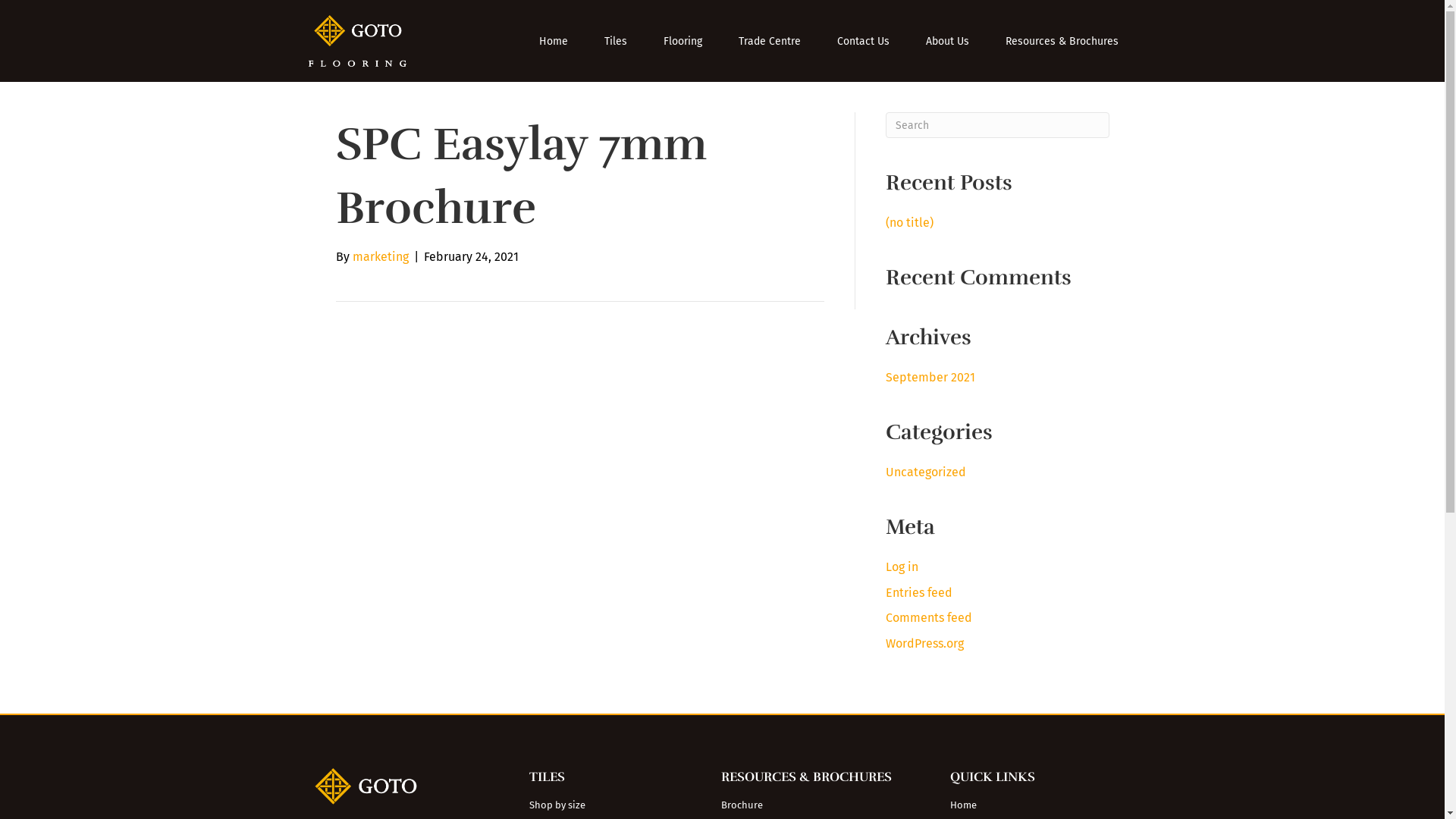 The height and width of the screenshot is (819, 1456). What do you see at coordinates (885, 591) in the screenshot?
I see `'Entries feed'` at bounding box center [885, 591].